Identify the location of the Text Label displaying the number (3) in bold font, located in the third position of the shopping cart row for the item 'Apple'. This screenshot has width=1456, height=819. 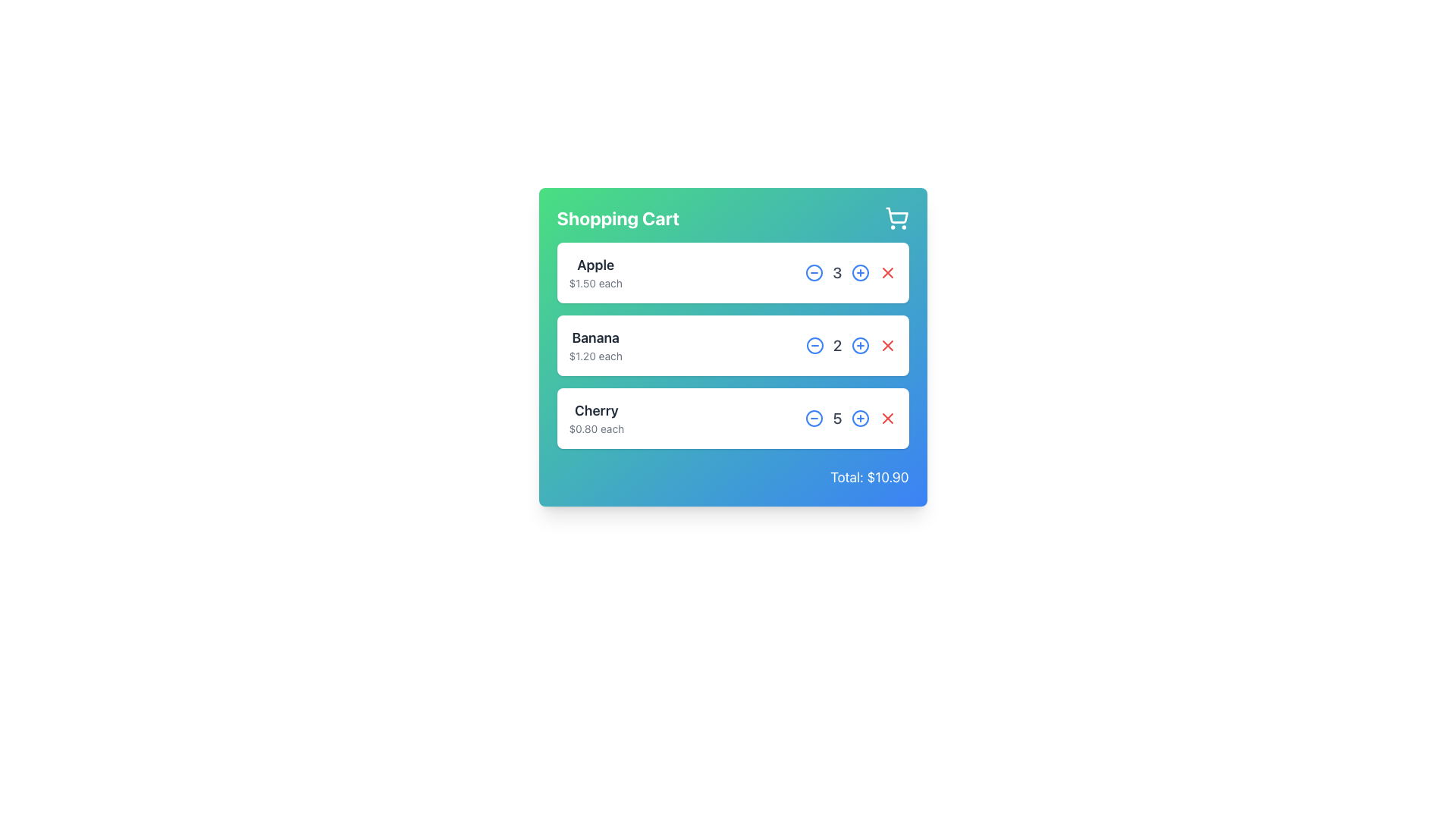
(851, 271).